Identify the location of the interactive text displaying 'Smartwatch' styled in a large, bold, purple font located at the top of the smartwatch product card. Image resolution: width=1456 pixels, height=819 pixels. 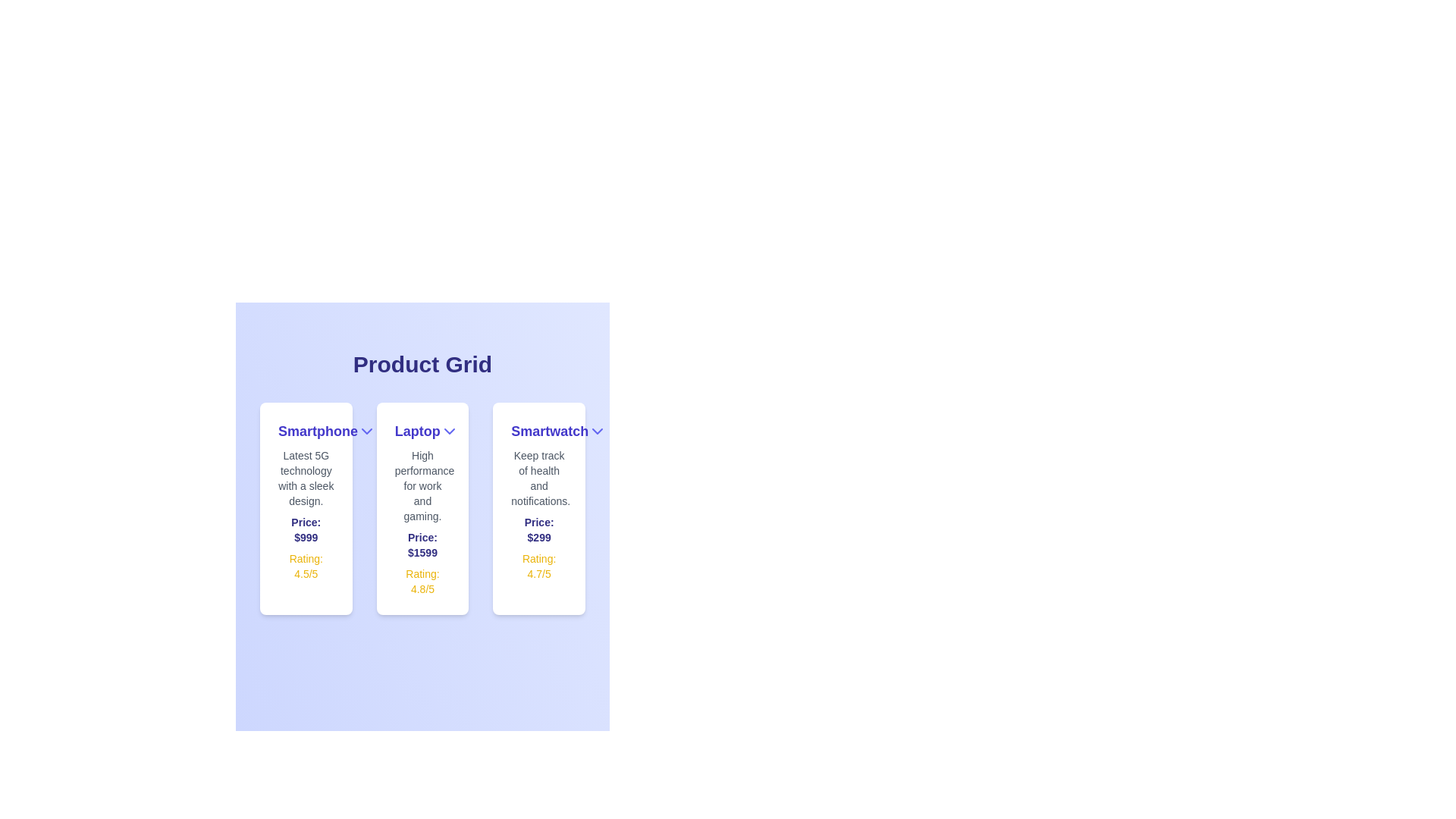
(539, 431).